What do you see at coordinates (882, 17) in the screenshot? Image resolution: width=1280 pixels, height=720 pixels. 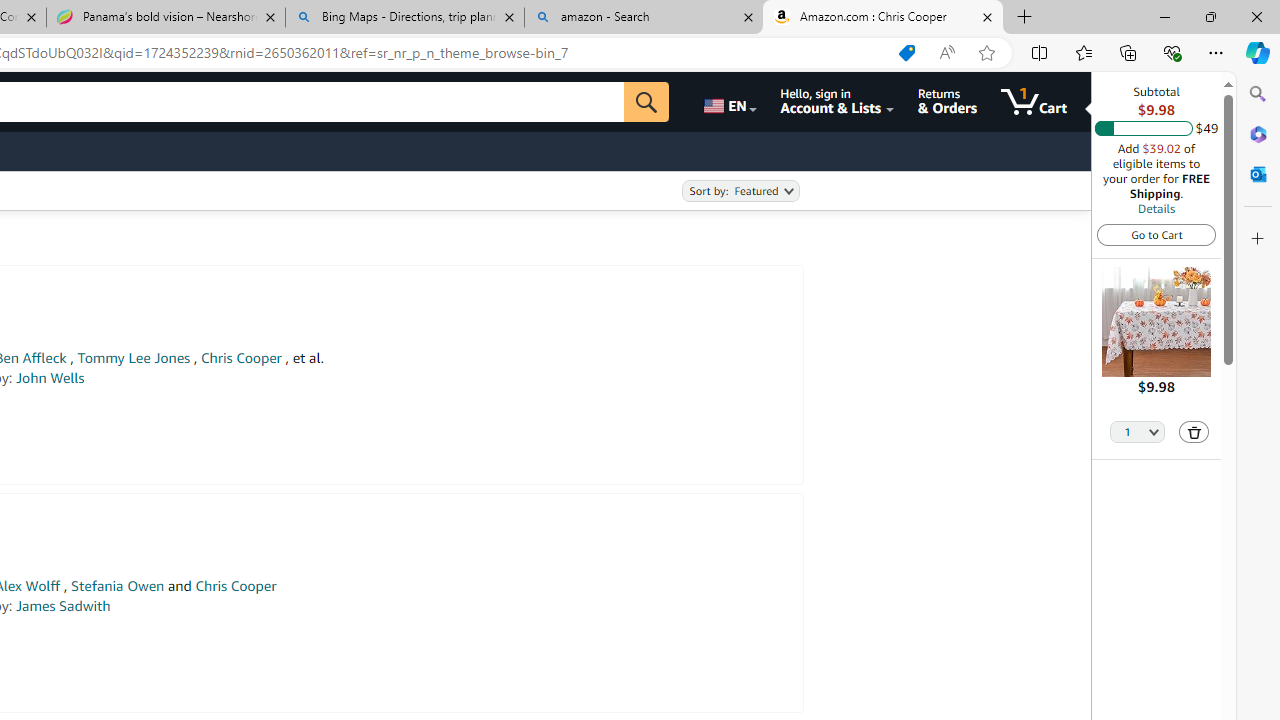 I see `'Amazon.com : Chris Cooper'` at bounding box center [882, 17].